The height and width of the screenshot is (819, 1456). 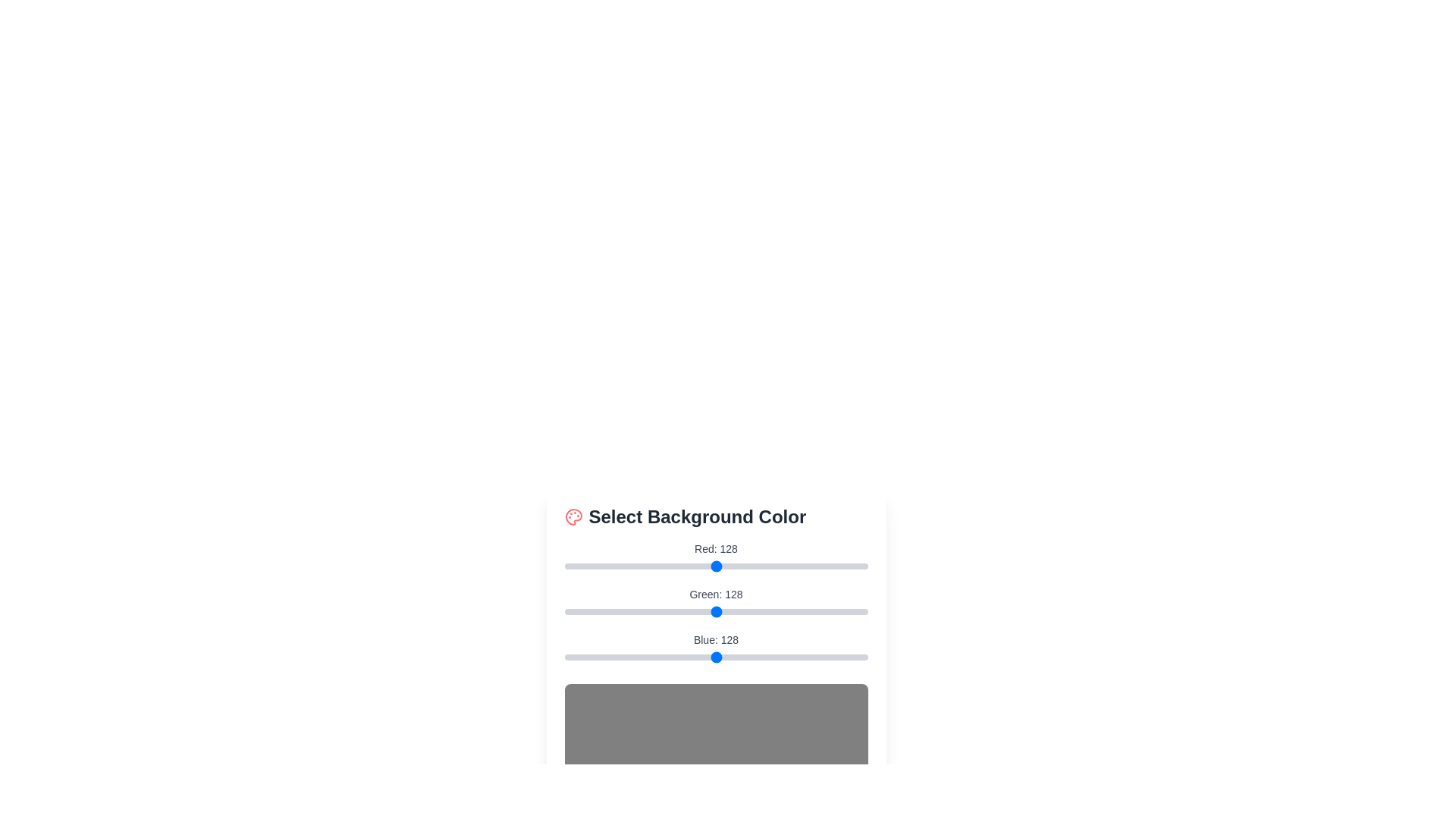 What do you see at coordinates (833, 657) in the screenshot?
I see `the blue color slider to 227 by dragging the slider` at bounding box center [833, 657].